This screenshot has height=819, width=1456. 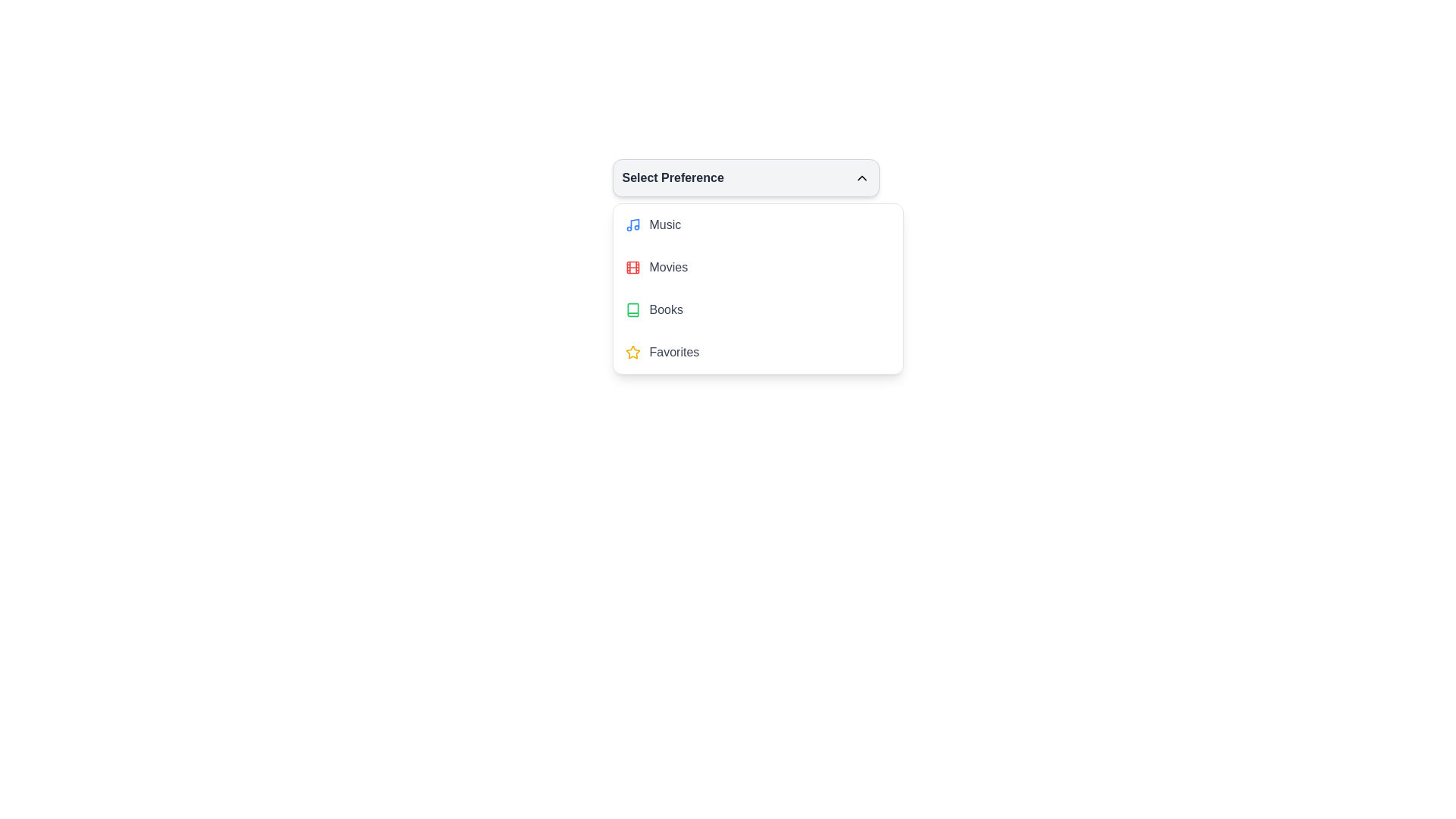 What do you see at coordinates (667, 267) in the screenshot?
I see `the 'Movies' text label` at bounding box center [667, 267].